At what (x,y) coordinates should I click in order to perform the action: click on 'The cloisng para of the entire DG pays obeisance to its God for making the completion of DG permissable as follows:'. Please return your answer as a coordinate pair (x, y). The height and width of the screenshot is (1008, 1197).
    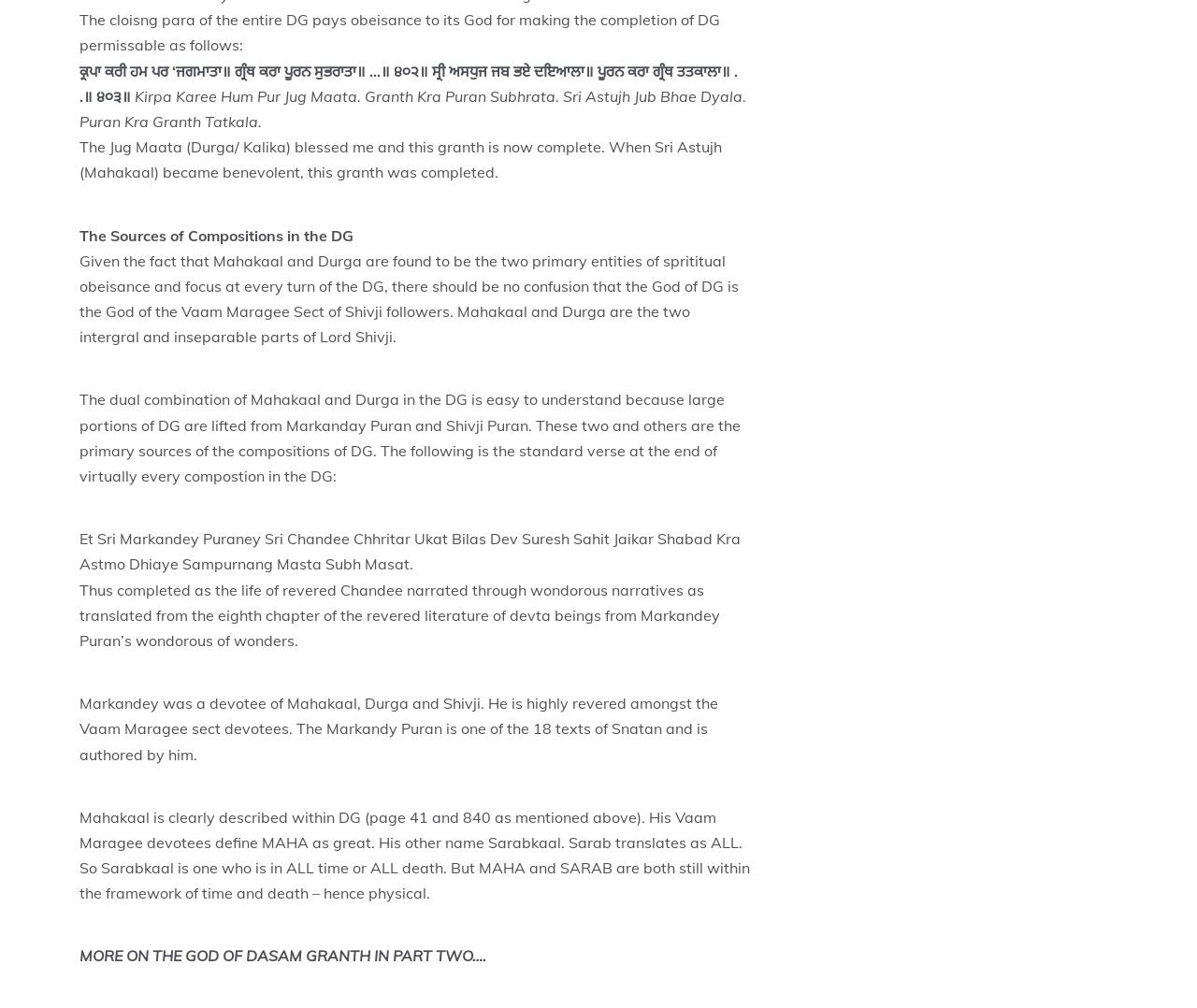
    Looking at the image, I should click on (398, 31).